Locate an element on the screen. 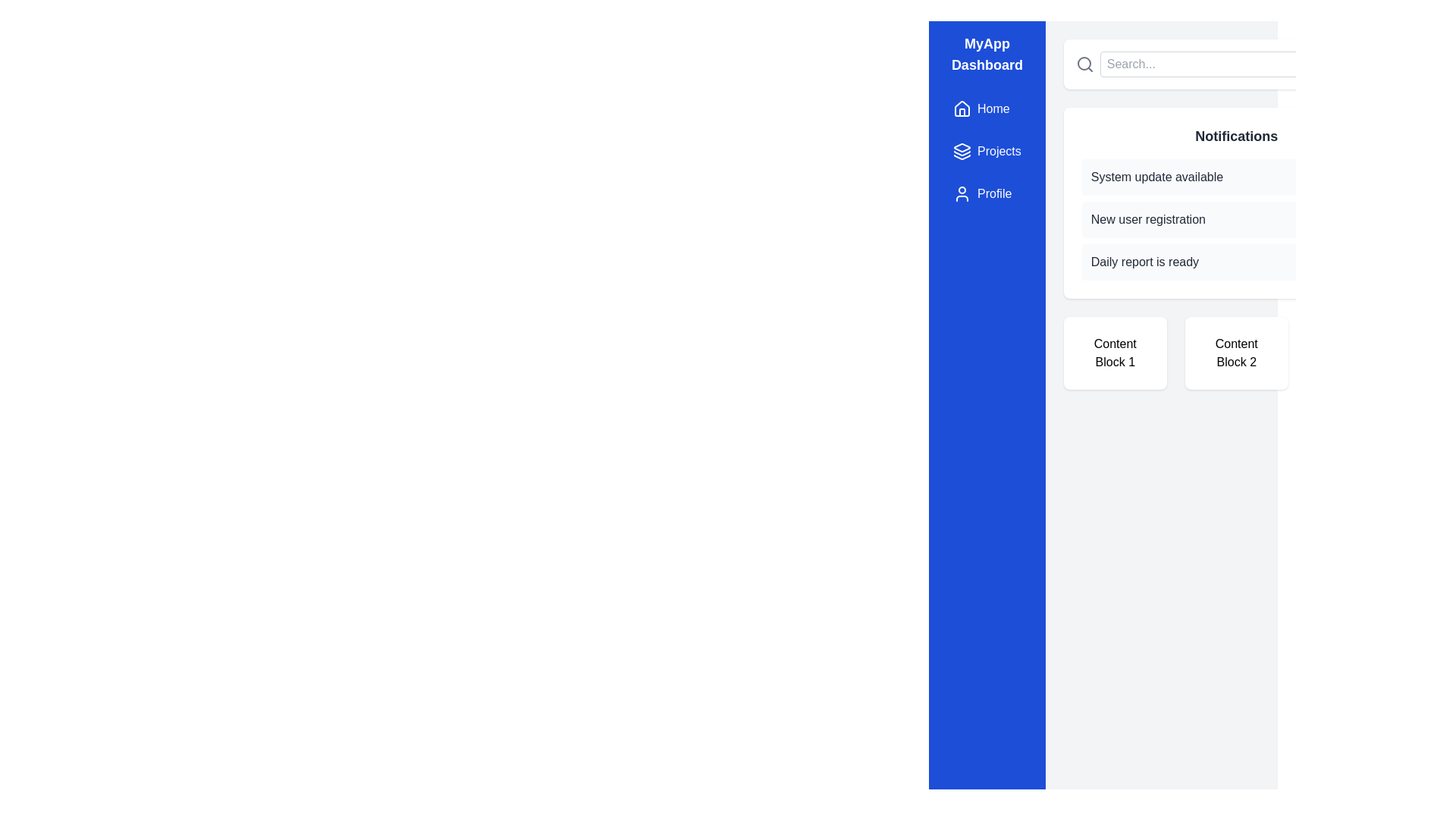 The width and height of the screenshot is (1456, 819). inside the search input box located in the top-right corner of the interface to focus on it is located at coordinates (1208, 63).